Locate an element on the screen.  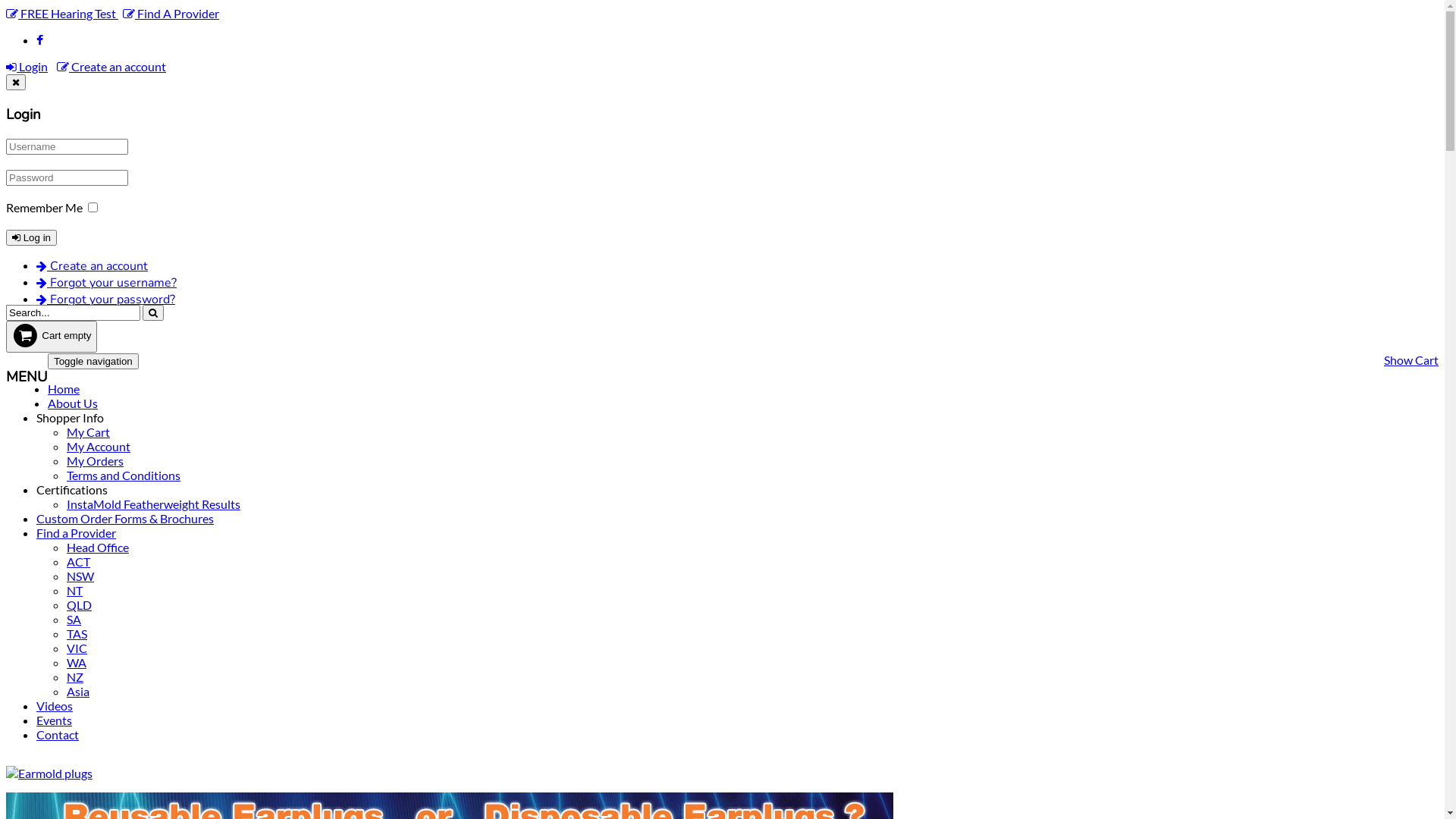
'Terms and Conditions' is located at coordinates (124, 474).